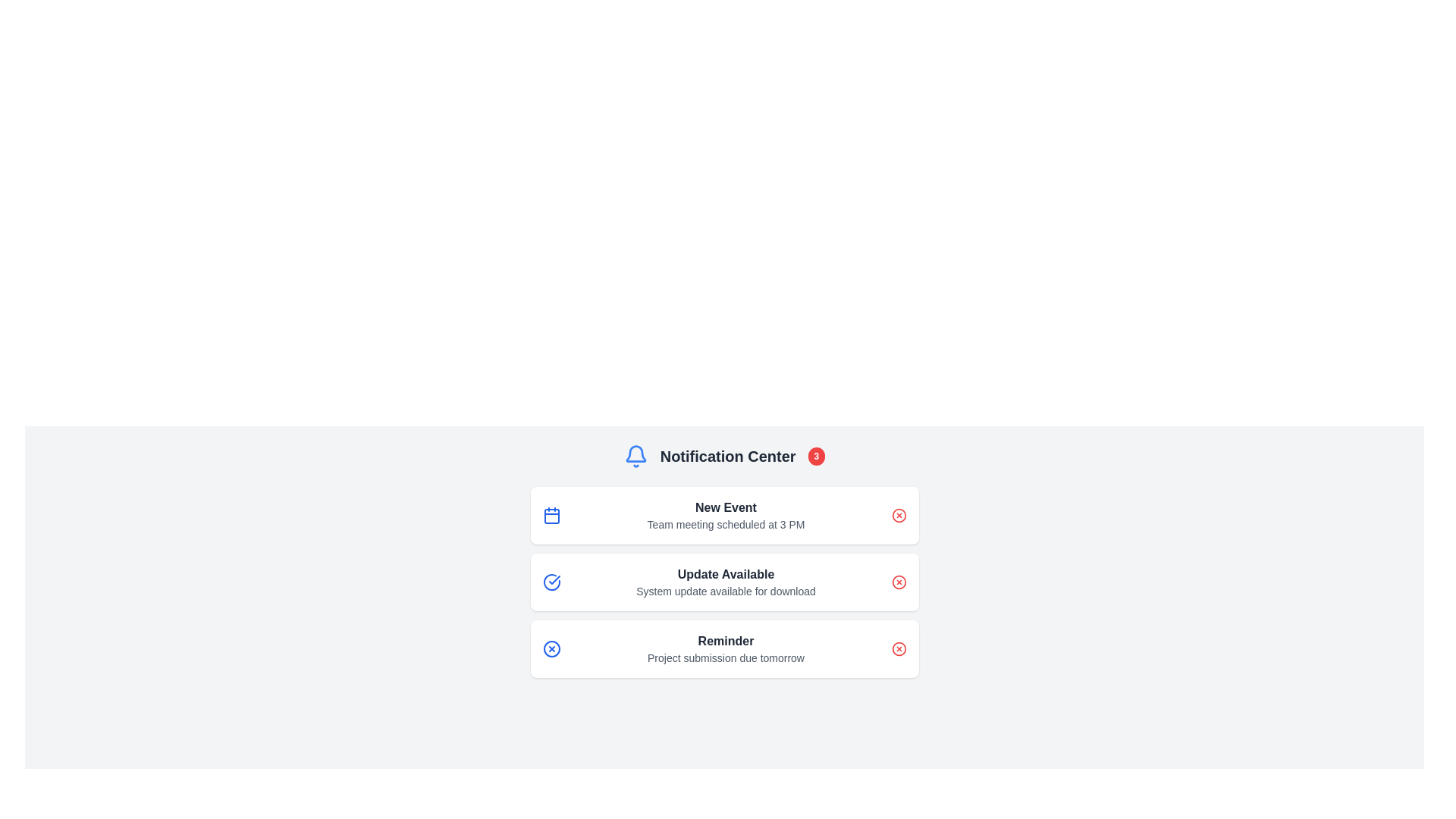  Describe the element at coordinates (725, 575) in the screenshot. I see `the primary text label that informs the user about an available update, positioned at the top of the notification card layout` at that location.